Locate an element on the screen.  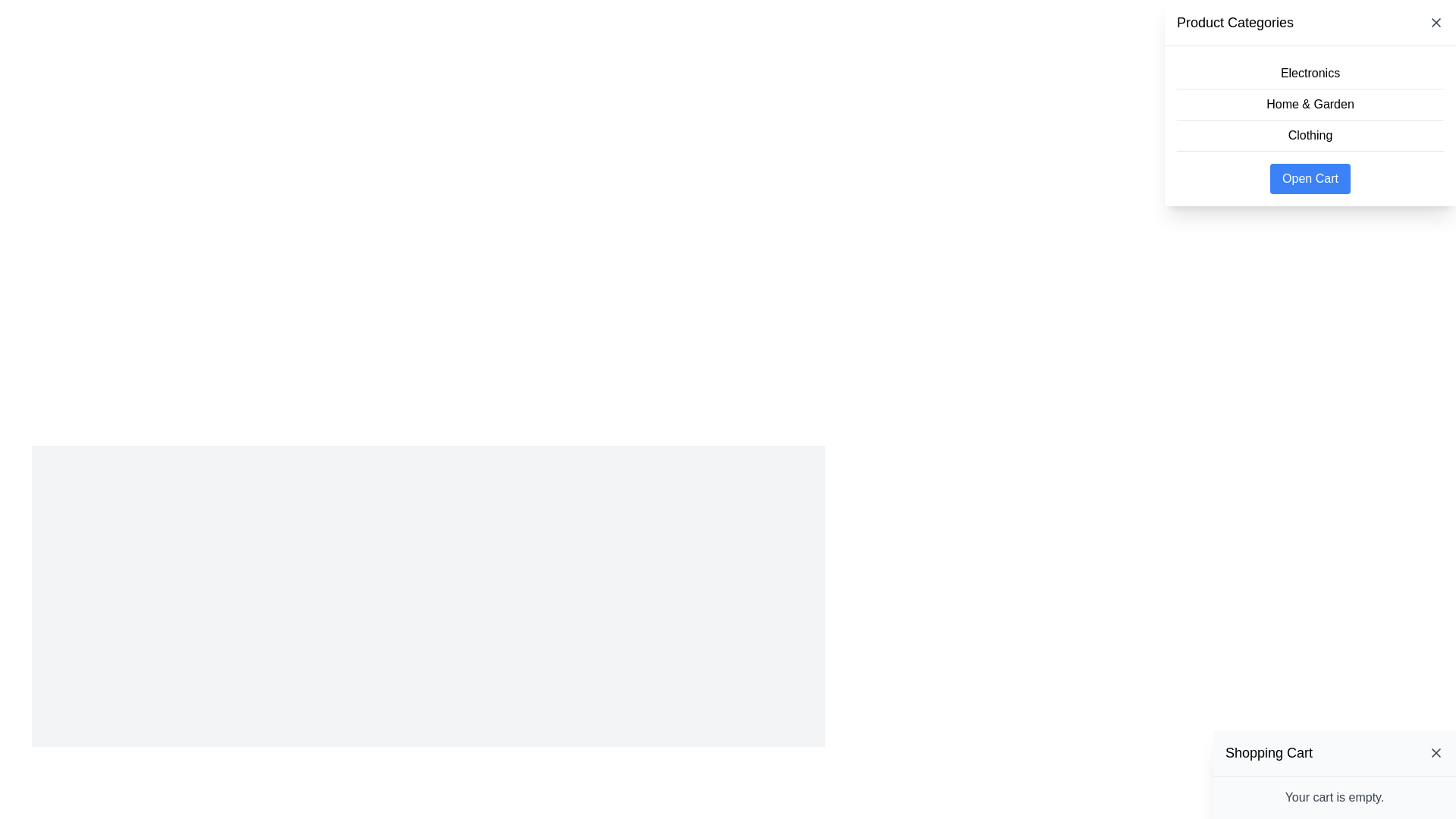
the close button located at the top right corner of the 'Shopping Cart' panel is located at coordinates (1436, 752).